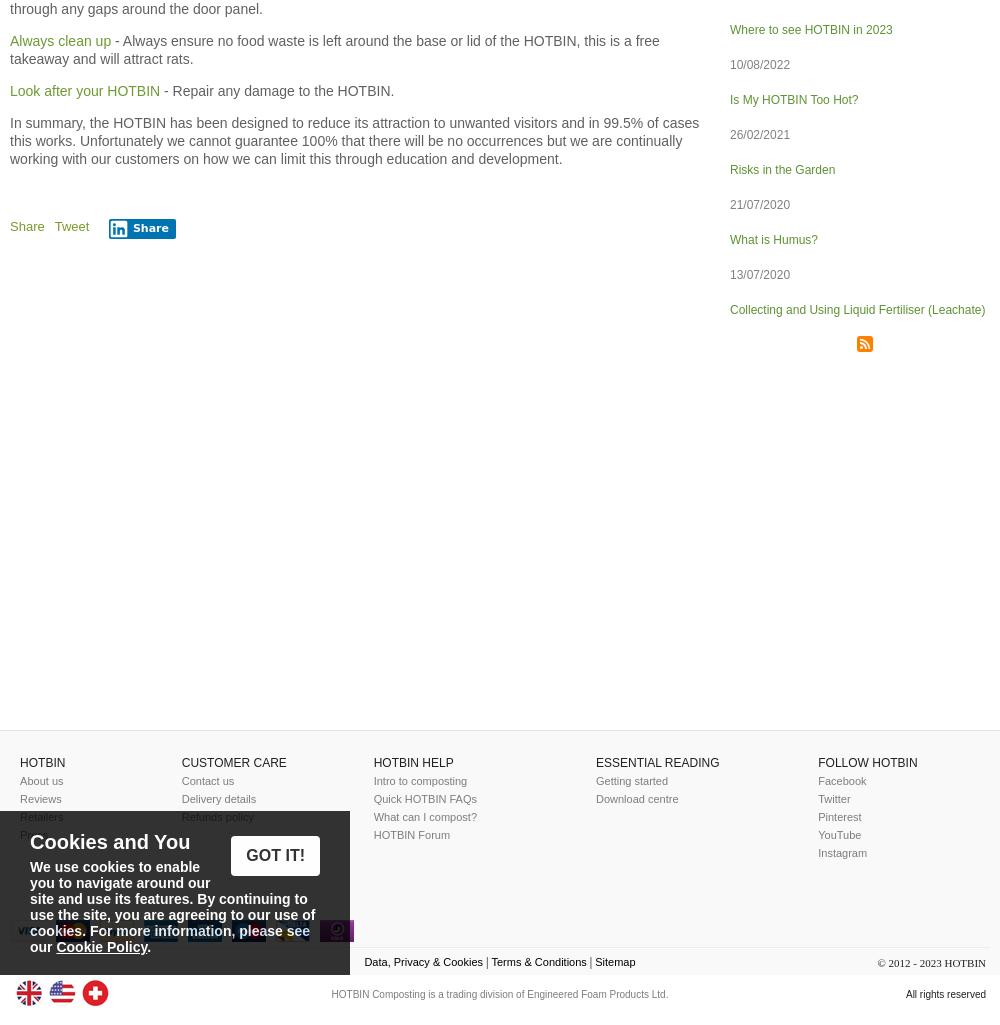  Describe the element at coordinates (20, 797) in the screenshot. I see `'Reviews'` at that location.